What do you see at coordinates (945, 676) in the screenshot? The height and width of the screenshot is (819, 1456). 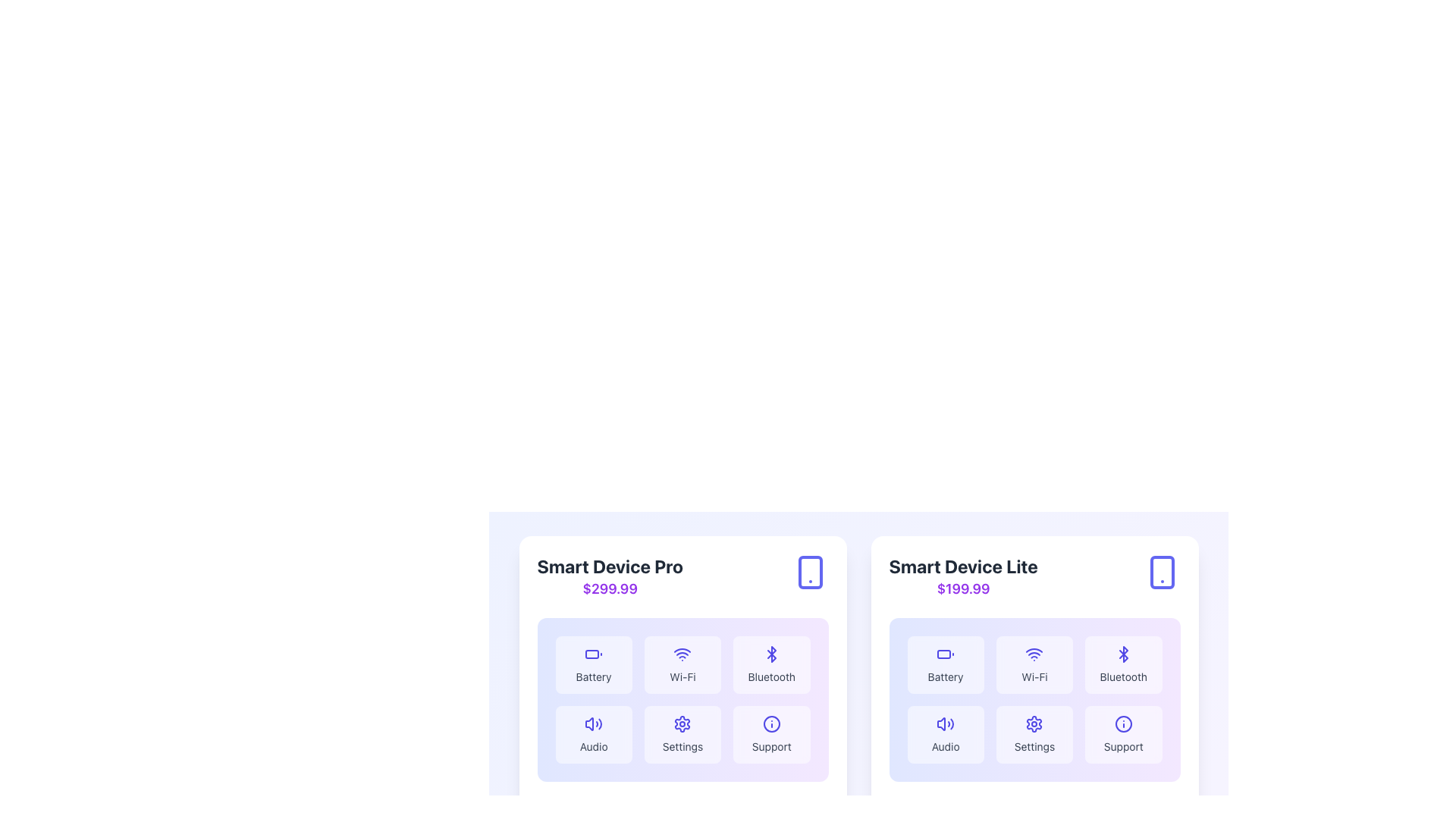 I see `the 'Battery' text label located at the bottom of the 'Smart Device Lite' card, positioned below the battery icon and adjacent to other feature blocks` at bounding box center [945, 676].